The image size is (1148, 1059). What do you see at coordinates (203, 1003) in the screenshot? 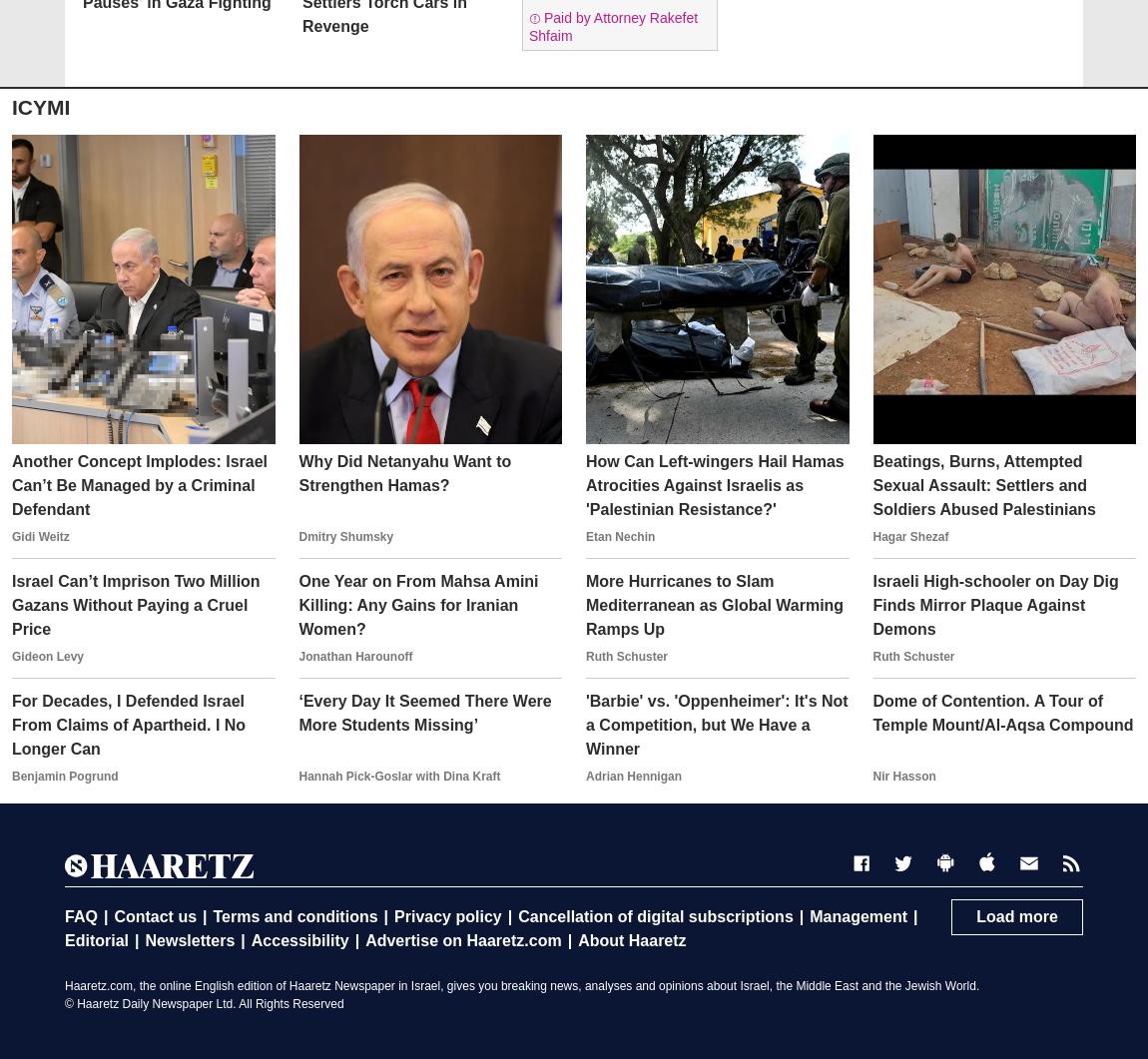
I see `'© Haaretz Daily Newspaper Ltd. All Rights Reserved'` at bounding box center [203, 1003].